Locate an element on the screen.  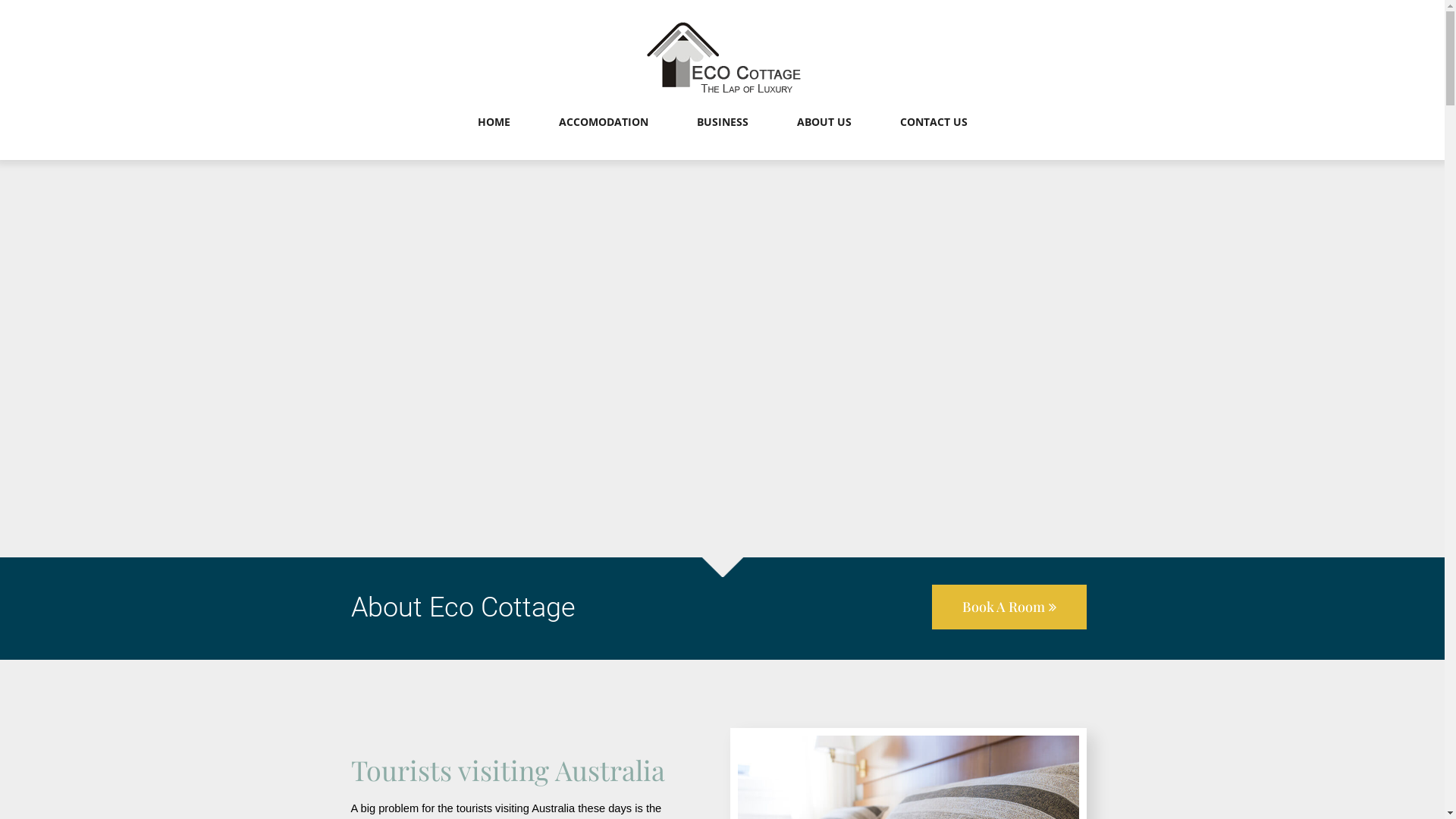
'CONTACT US' is located at coordinates (932, 137).